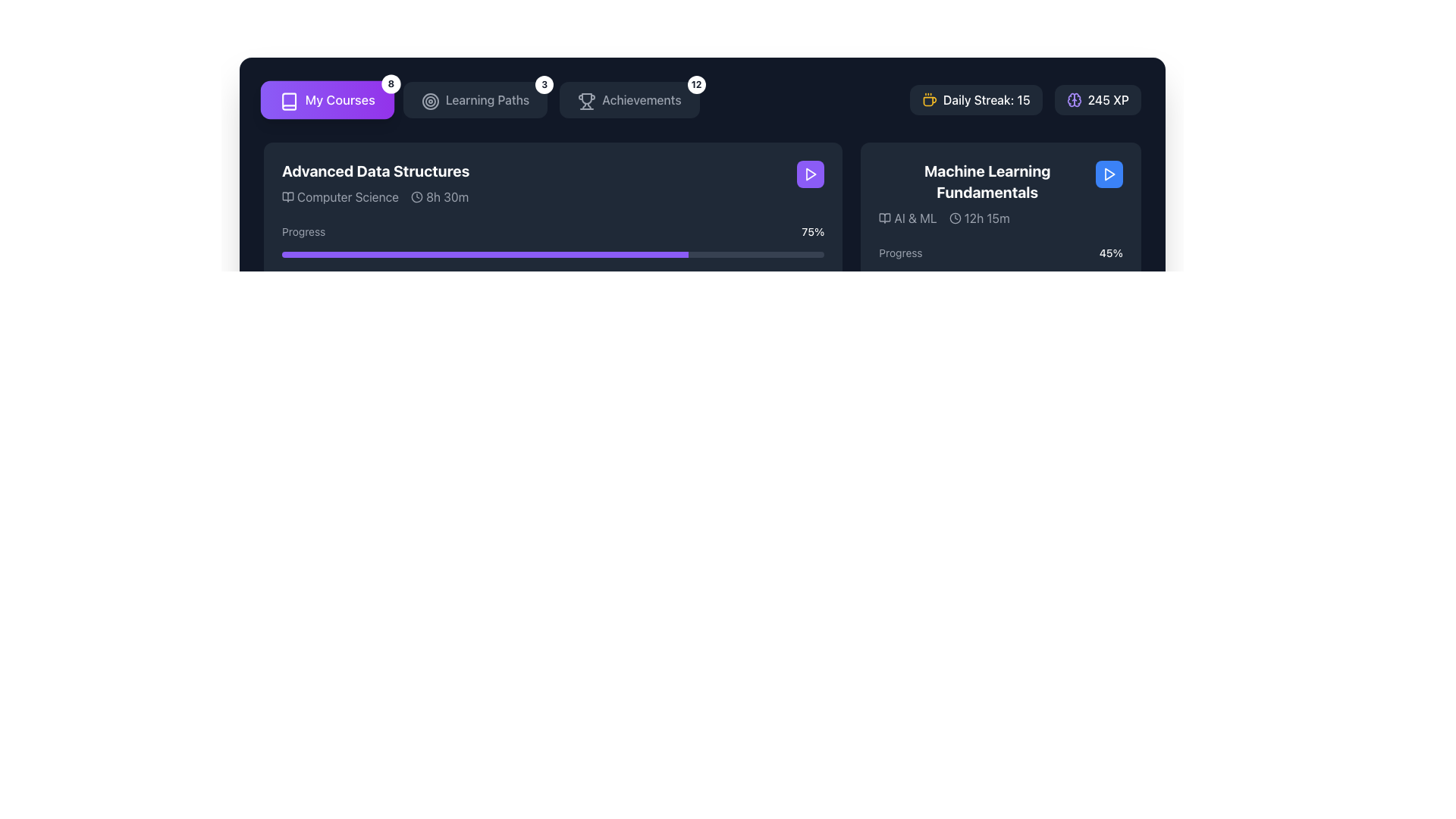  Describe the element at coordinates (1097, 99) in the screenshot. I see `the '245 XP' badge with a violet brain icon located in the 'Daily Streak' section, which is the second element in the segment` at that location.